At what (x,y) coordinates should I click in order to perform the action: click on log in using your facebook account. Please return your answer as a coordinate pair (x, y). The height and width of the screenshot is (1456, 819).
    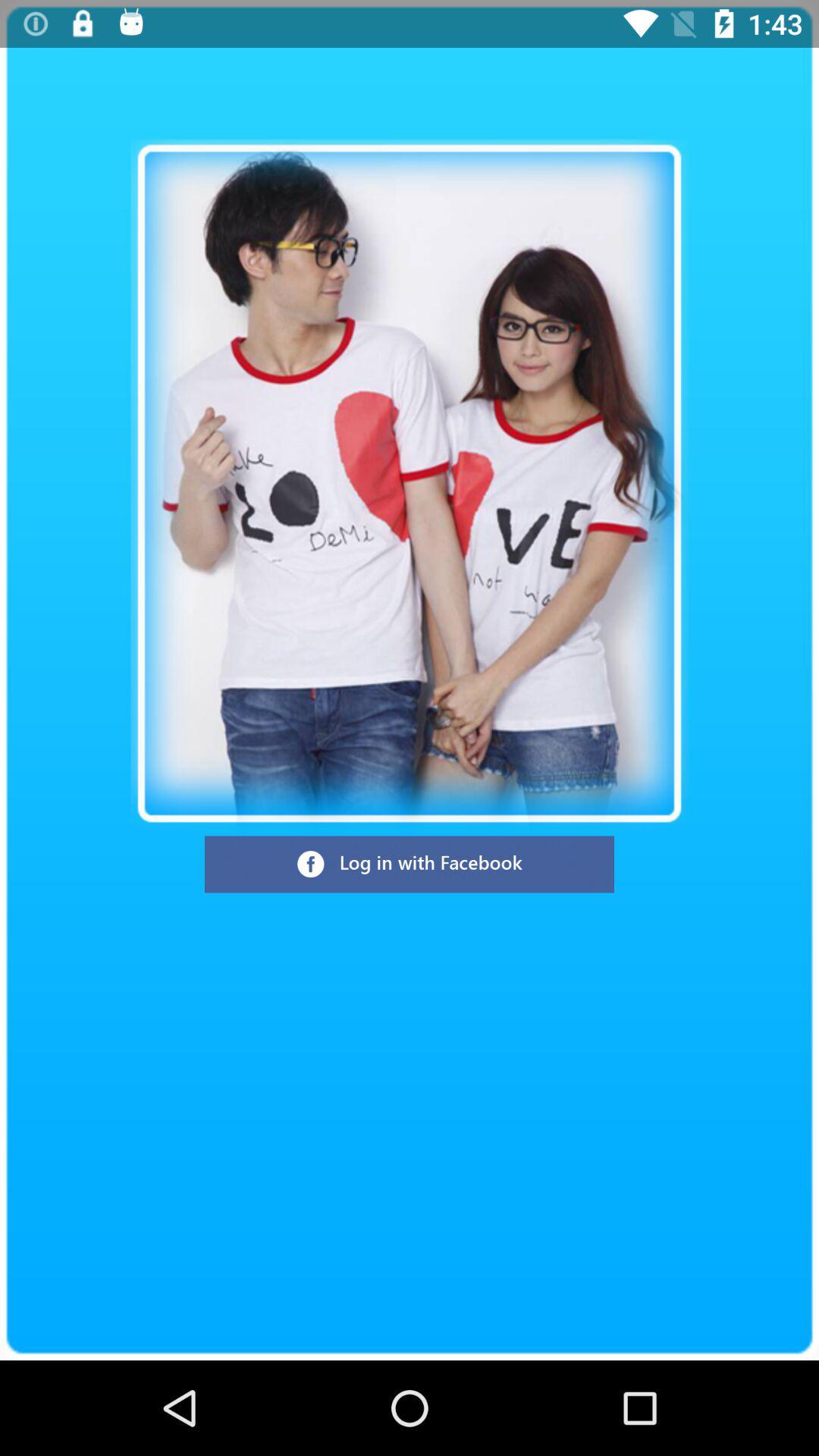
    Looking at the image, I should click on (409, 864).